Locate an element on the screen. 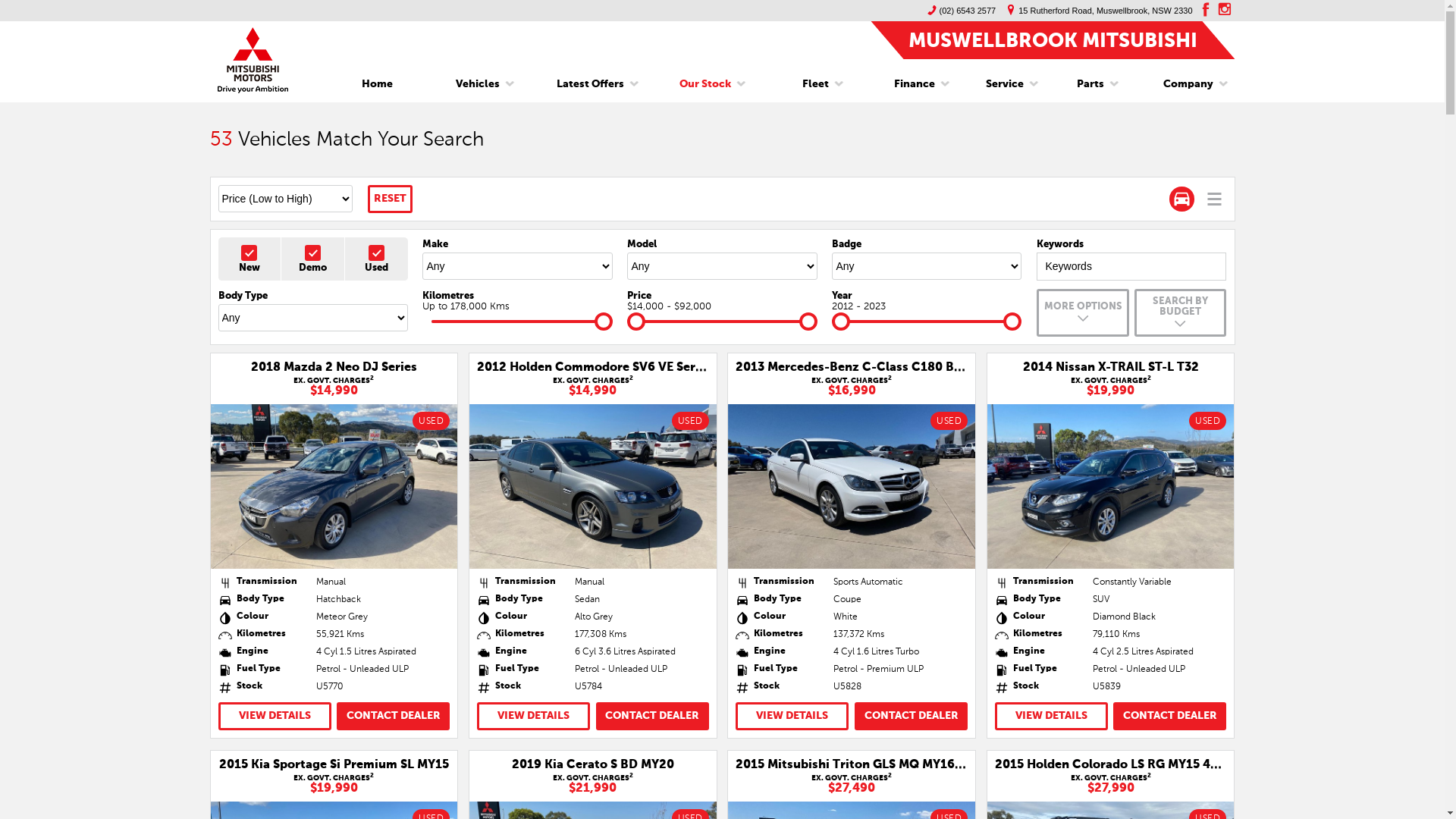  'EX. GOVT. CHARGES2 is located at coordinates (591, 384).